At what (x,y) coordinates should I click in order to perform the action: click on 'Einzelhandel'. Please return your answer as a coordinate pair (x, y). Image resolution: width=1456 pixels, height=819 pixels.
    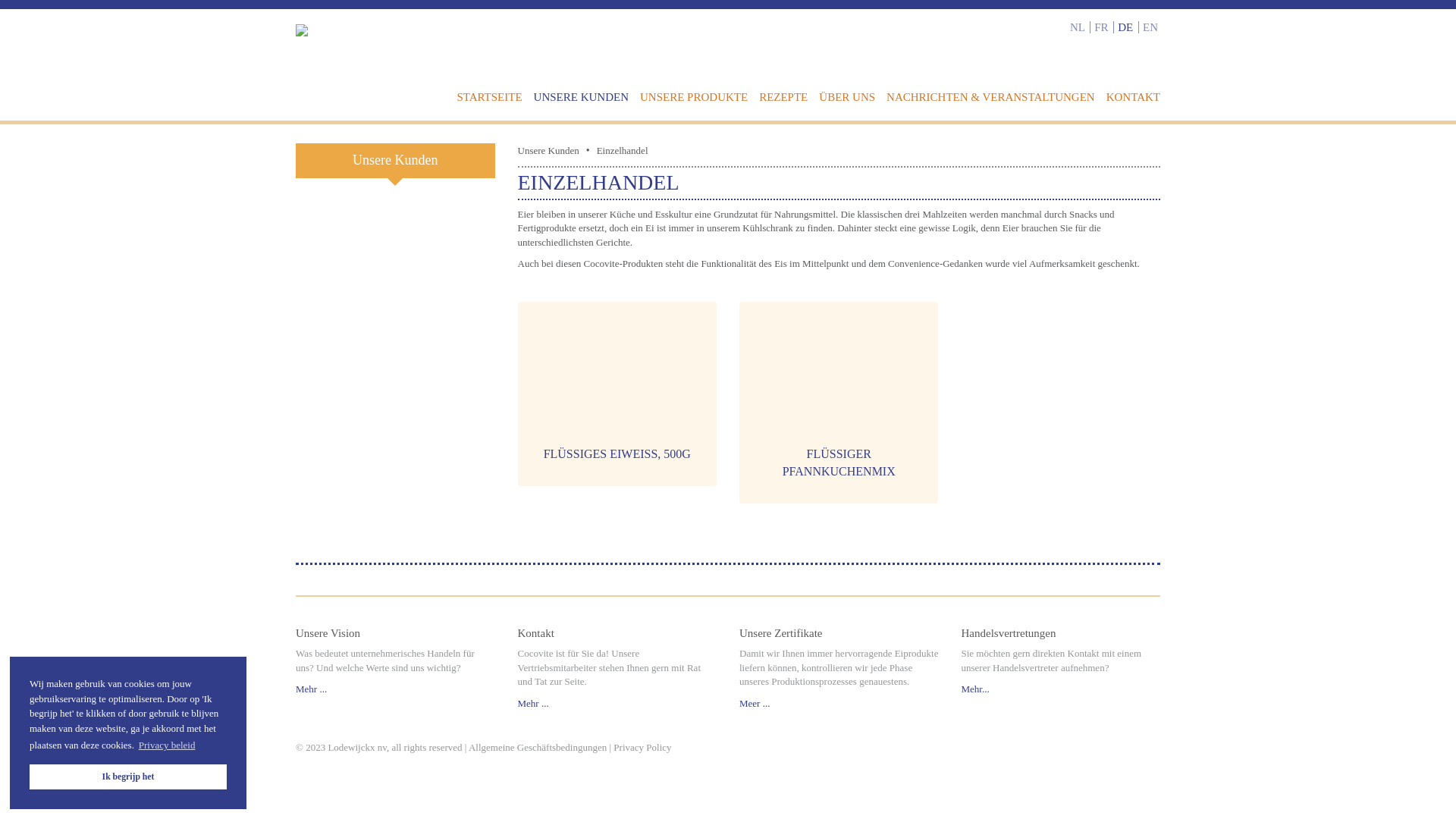
    Looking at the image, I should click on (596, 151).